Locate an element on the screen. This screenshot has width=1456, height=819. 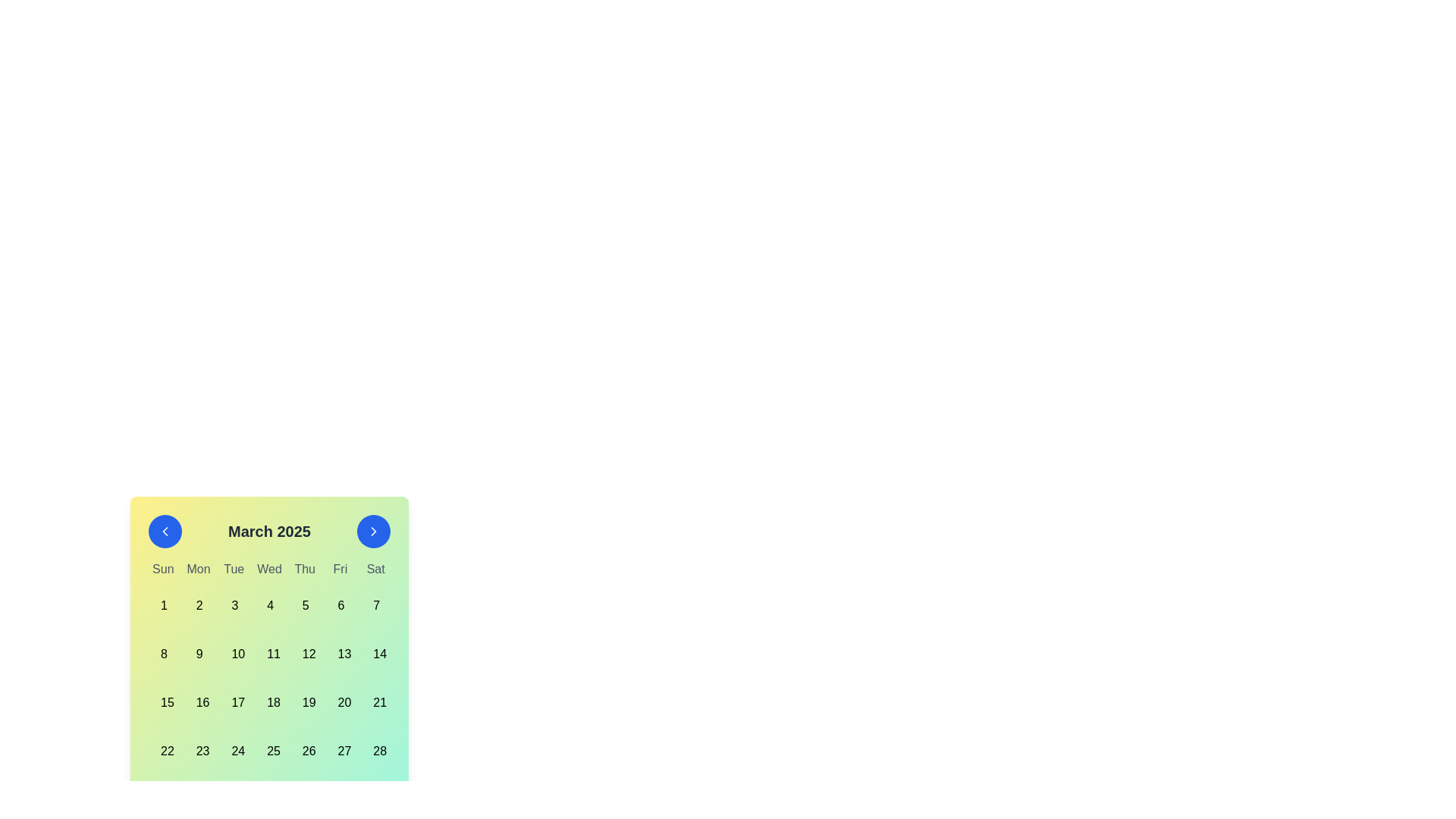
the Button-like calendar day cell displaying the number '5', located in the first row of the calendar grid under 'Thu' is located at coordinates (304, 604).